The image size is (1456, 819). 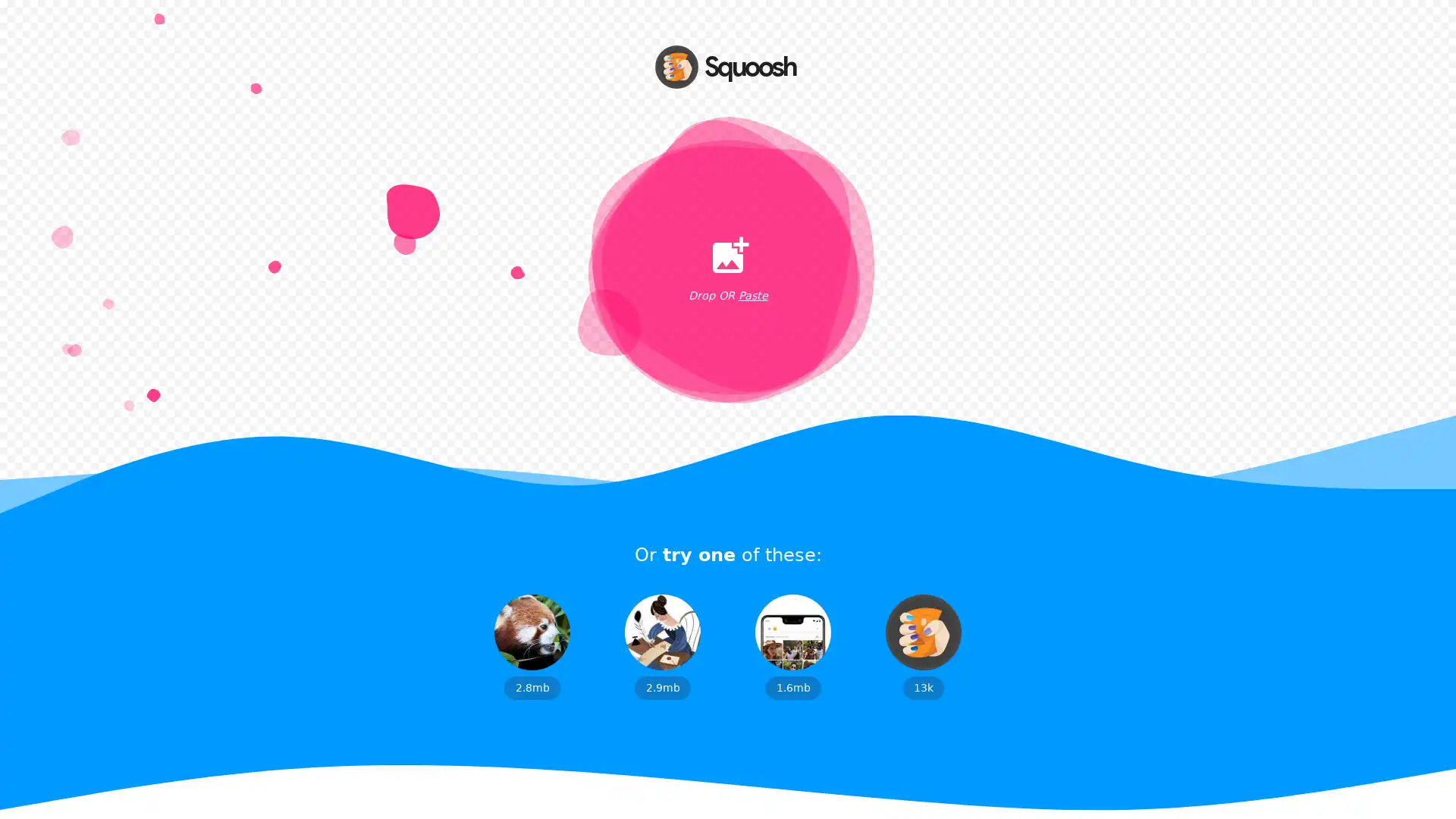 I want to click on Paste, so click(x=752, y=296).